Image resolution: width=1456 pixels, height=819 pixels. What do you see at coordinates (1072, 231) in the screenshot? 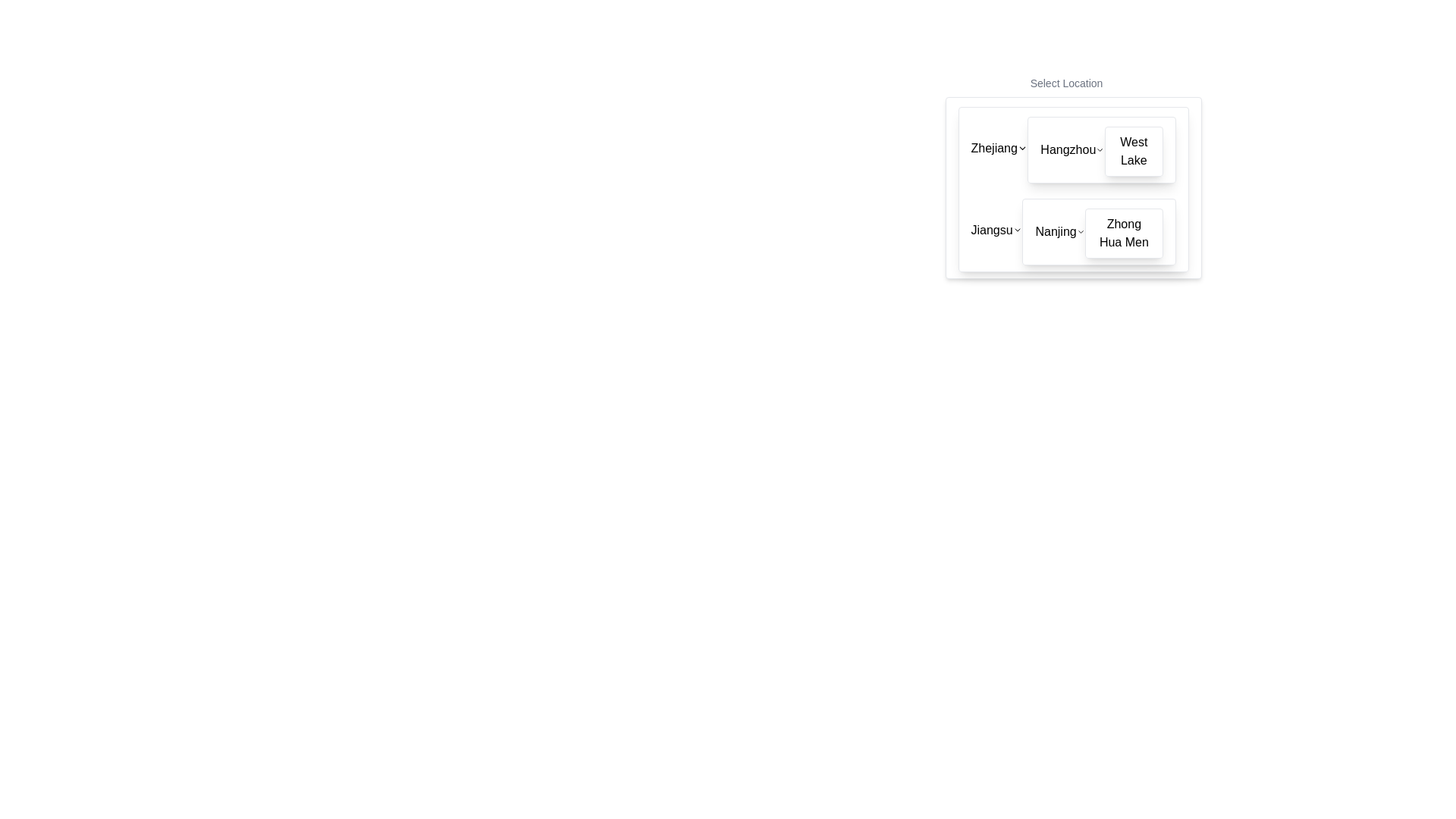
I see `the 'Nanjing' selection option within the dropdown menu for 'Jiangsu'` at bounding box center [1072, 231].